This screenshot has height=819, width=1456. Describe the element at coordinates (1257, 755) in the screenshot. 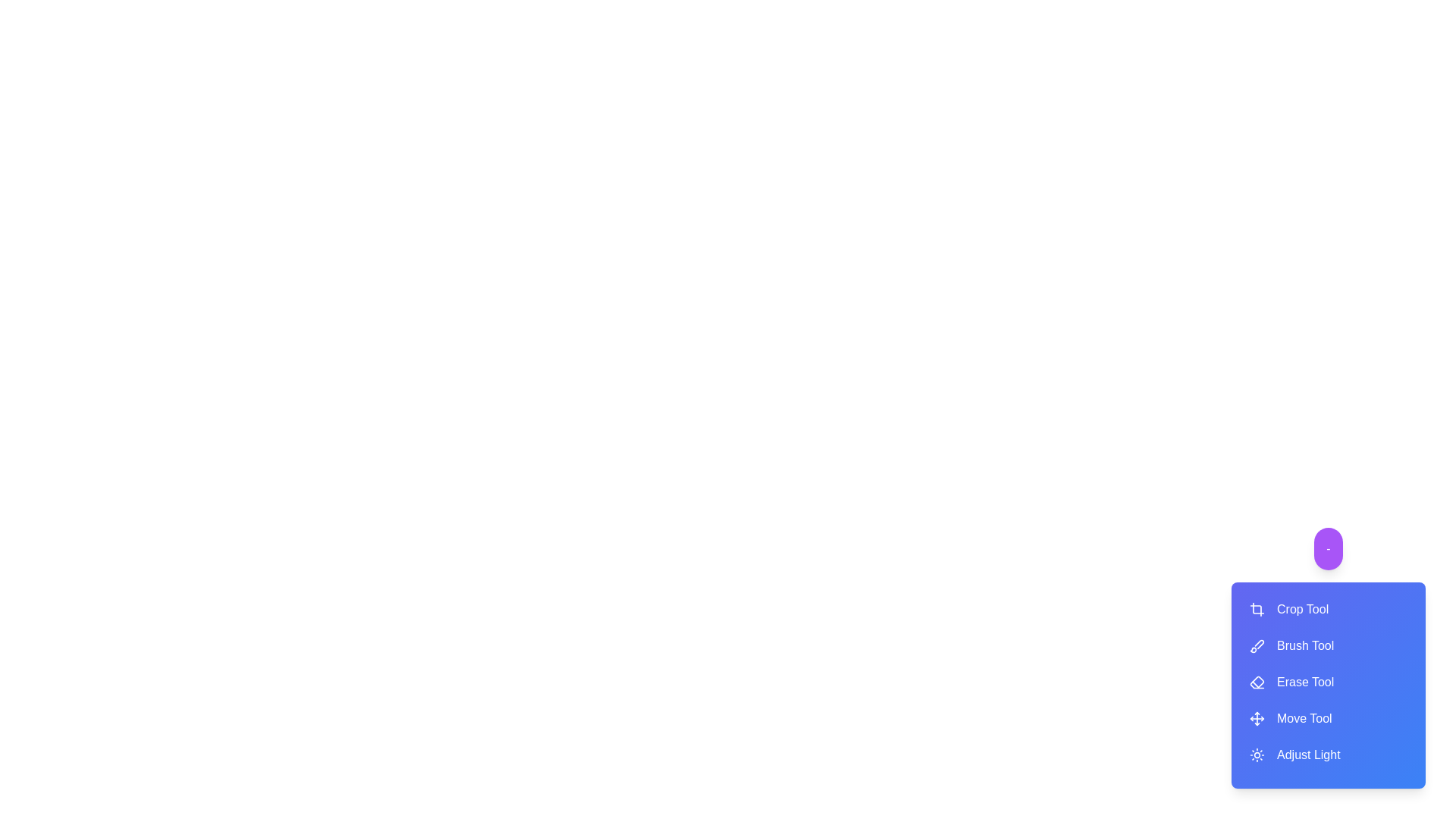

I see `the sun graphic icon that indicates brightness adjustment functionality, part of the 'Adjust Light' menu item` at that location.